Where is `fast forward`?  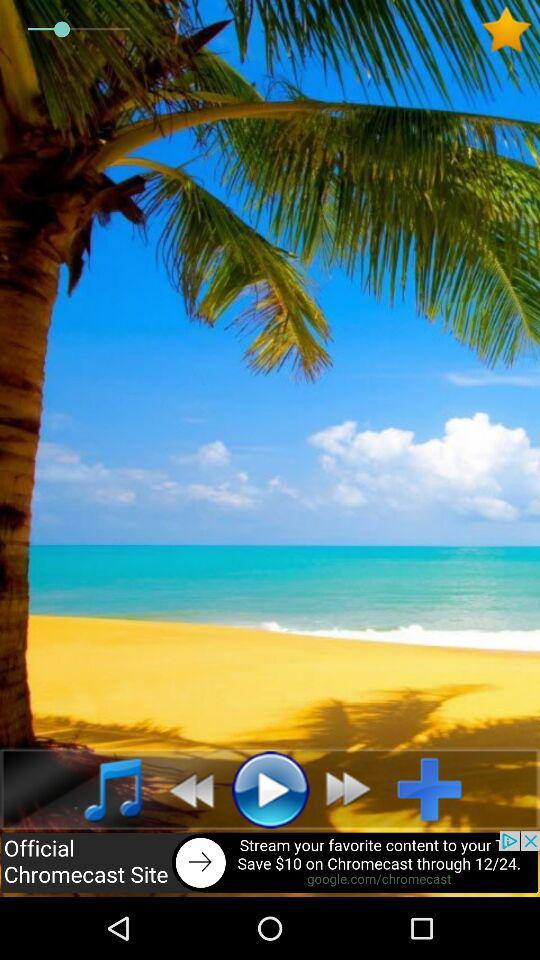 fast forward is located at coordinates (353, 789).